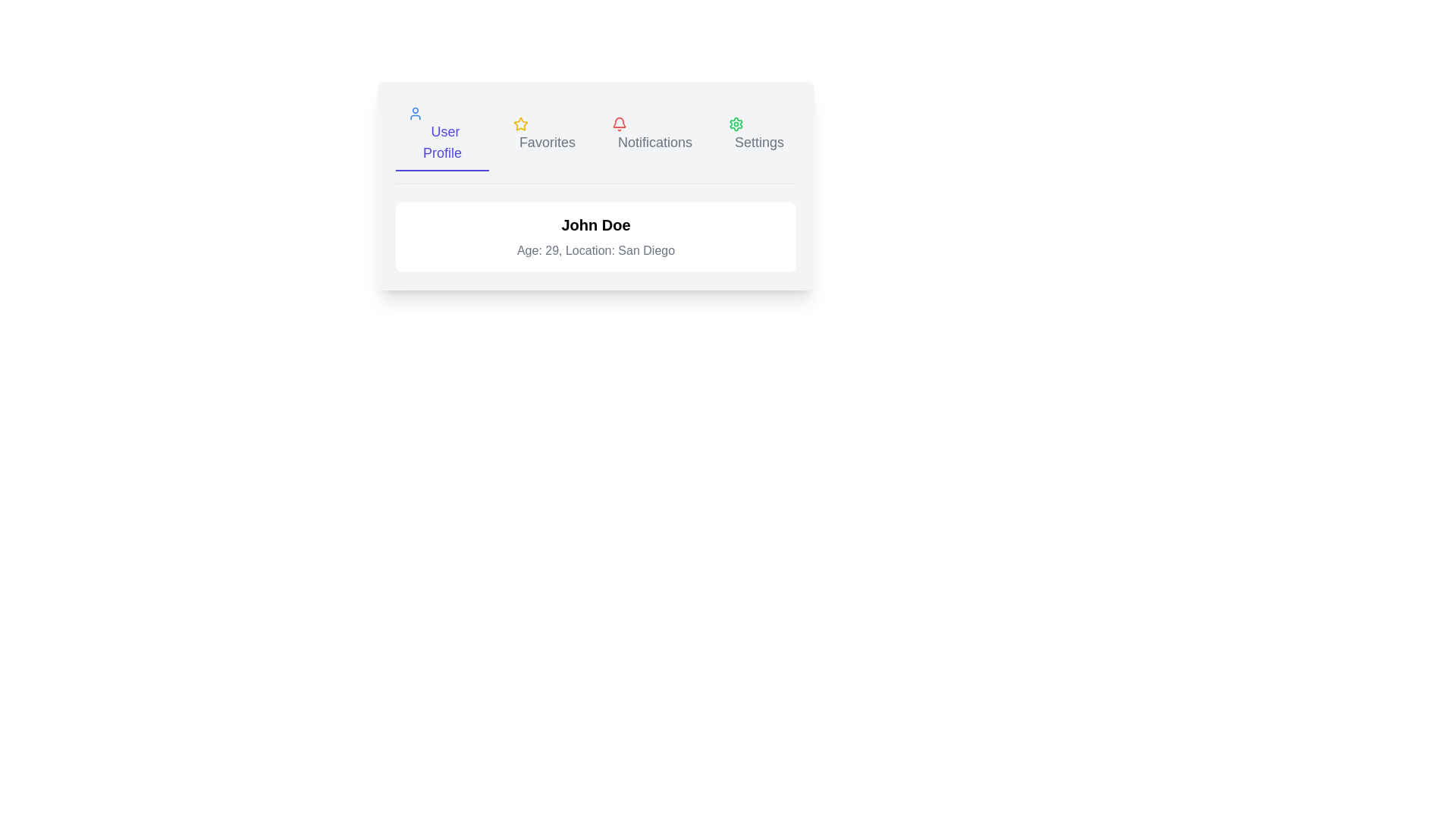 The width and height of the screenshot is (1456, 819). I want to click on the green outline gear-shaped icon next to the 'Settings' text, so click(736, 124).